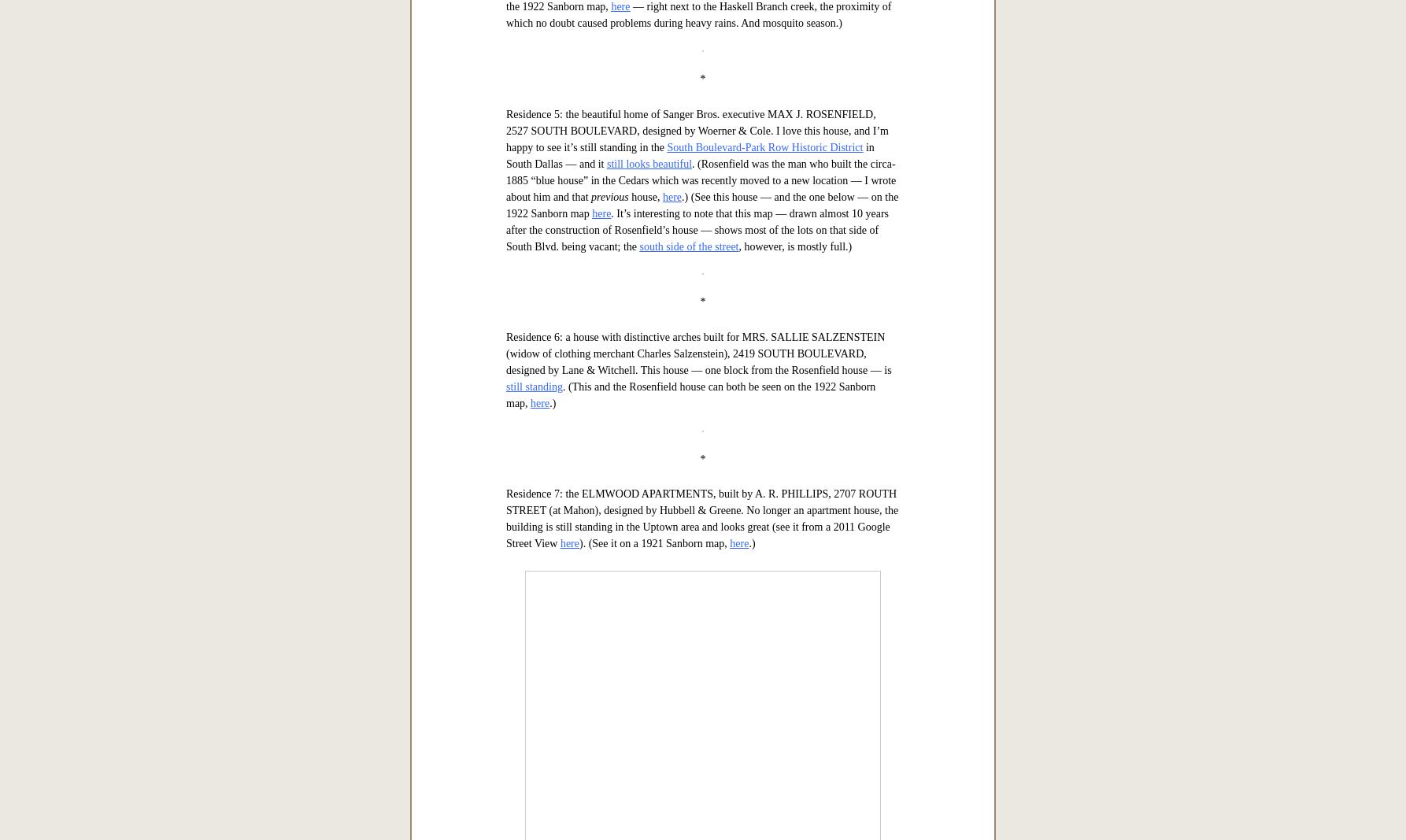 Image resolution: width=1406 pixels, height=840 pixels. Describe the element at coordinates (697, 509) in the screenshot. I see `'— right next to the Haskell Branch creek, the proximity of which no doubt caused problems during heavy rains. And mosquito season.)'` at that location.